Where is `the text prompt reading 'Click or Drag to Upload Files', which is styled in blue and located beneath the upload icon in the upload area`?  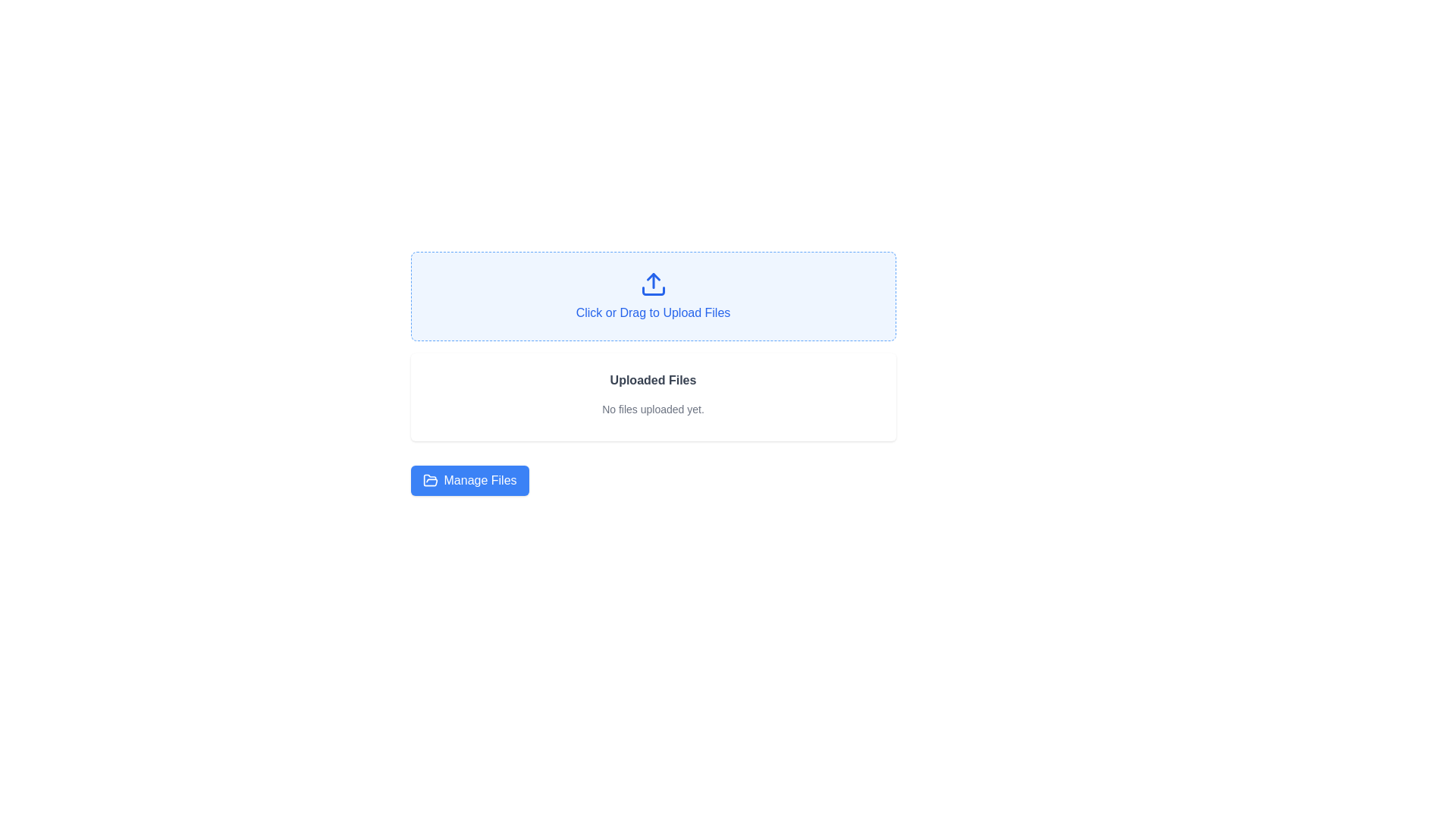
the text prompt reading 'Click or Drag to Upload Files', which is styled in blue and located beneath the upload icon in the upload area is located at coordinates (653, 312).